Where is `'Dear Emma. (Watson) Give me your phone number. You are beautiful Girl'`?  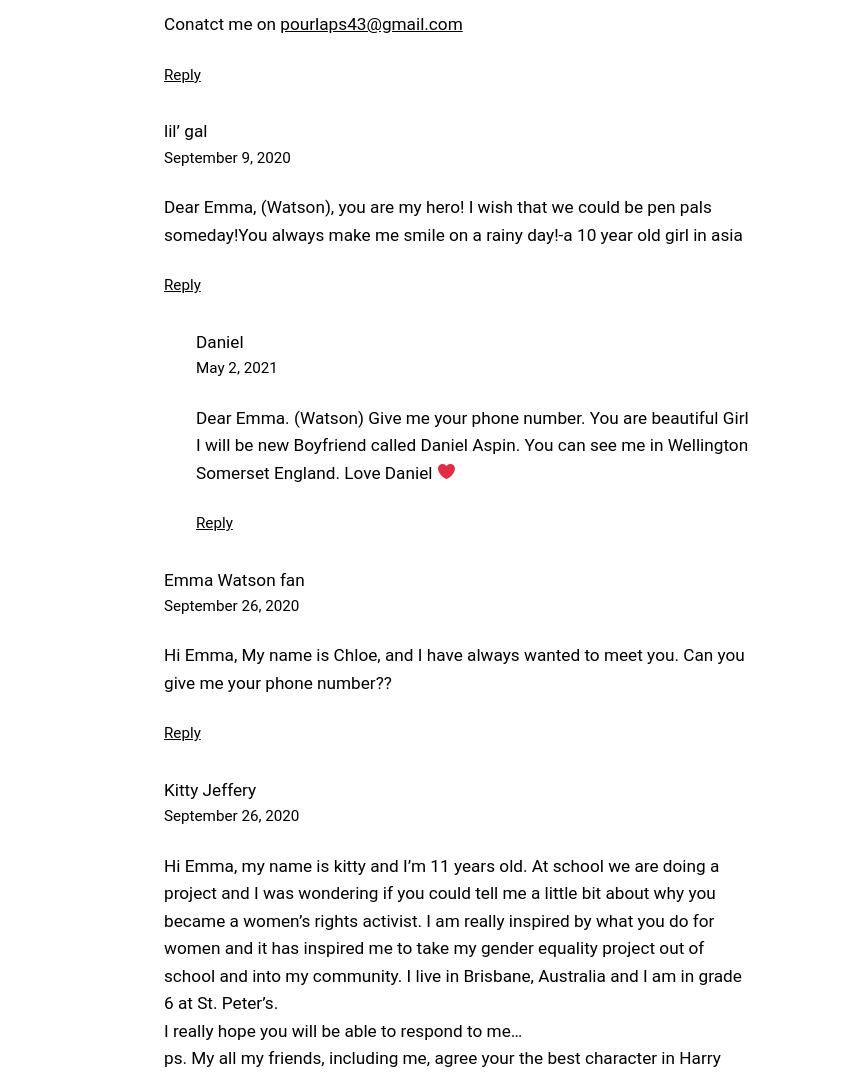 'Dear Emma. (Watson) Give me your phone number. You are beautiful Girl' is located at coordinates (195, 417).